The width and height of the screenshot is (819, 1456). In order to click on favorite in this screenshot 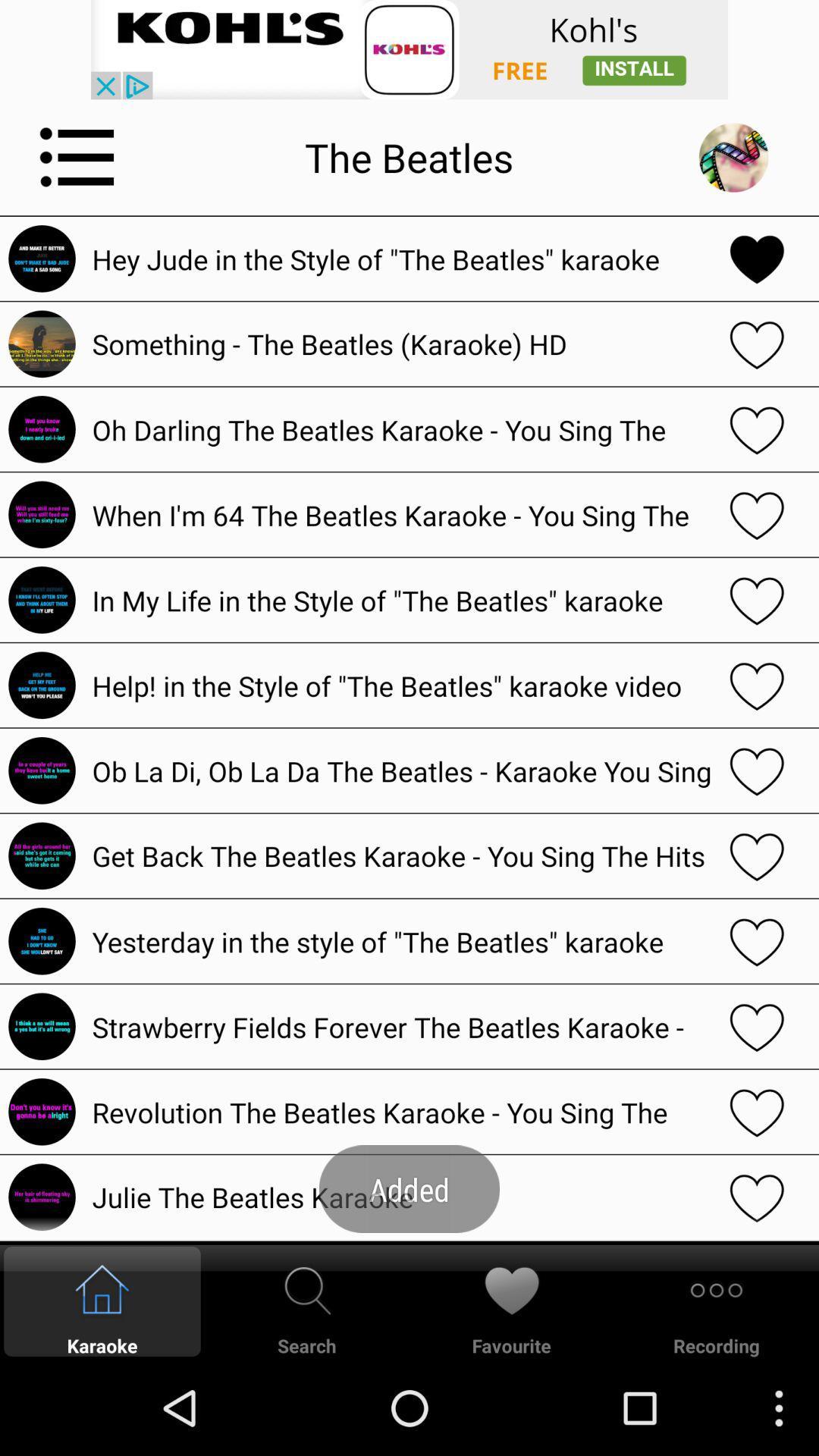, I will do `click(757, 343)`.